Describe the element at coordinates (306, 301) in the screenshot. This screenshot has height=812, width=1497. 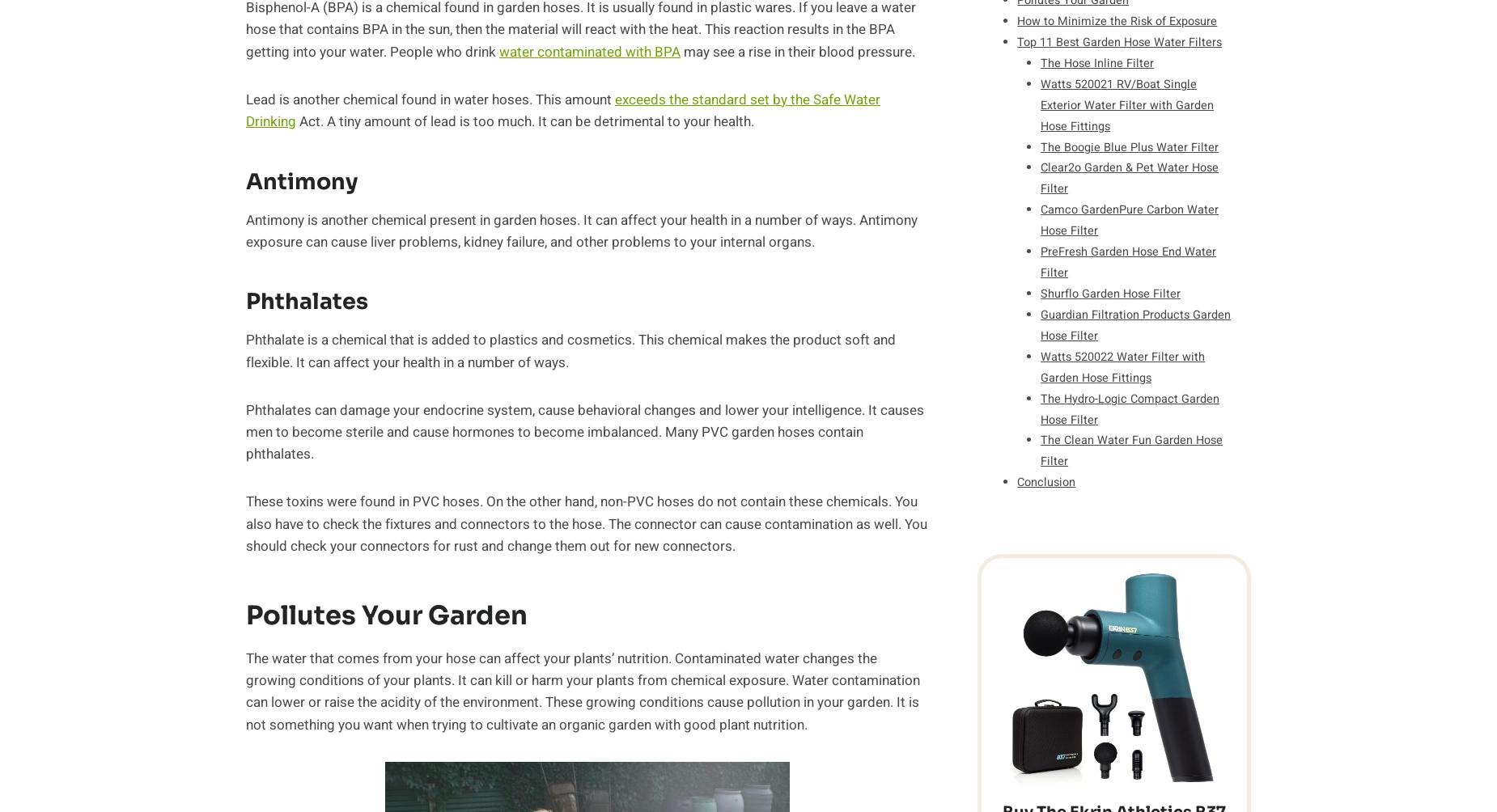
I see `'Phthalates'` at that location.